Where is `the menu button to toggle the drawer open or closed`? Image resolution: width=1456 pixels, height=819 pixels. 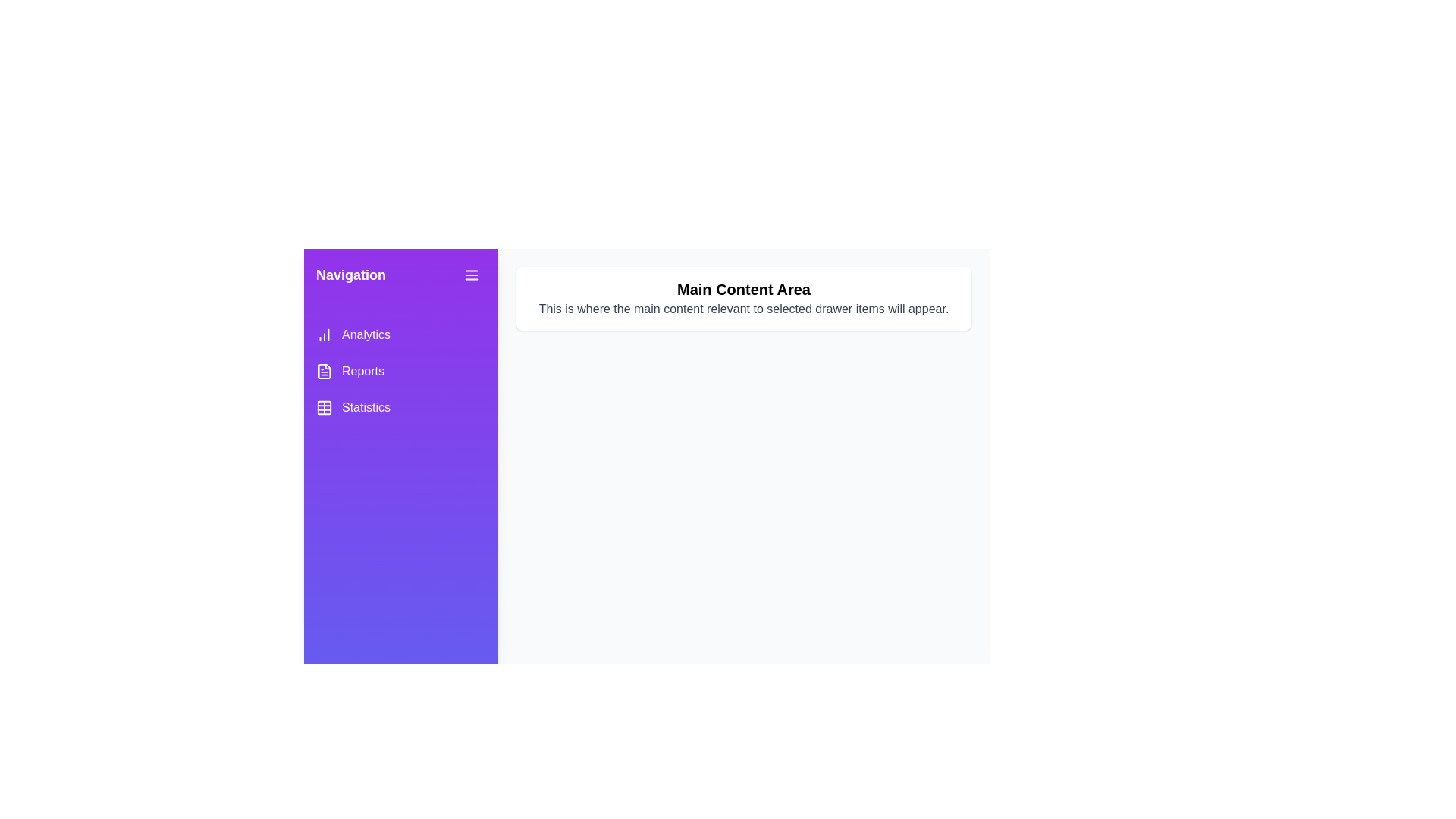 the menu button to toggle the drawer open or closed is located at coordinates (471, 275).